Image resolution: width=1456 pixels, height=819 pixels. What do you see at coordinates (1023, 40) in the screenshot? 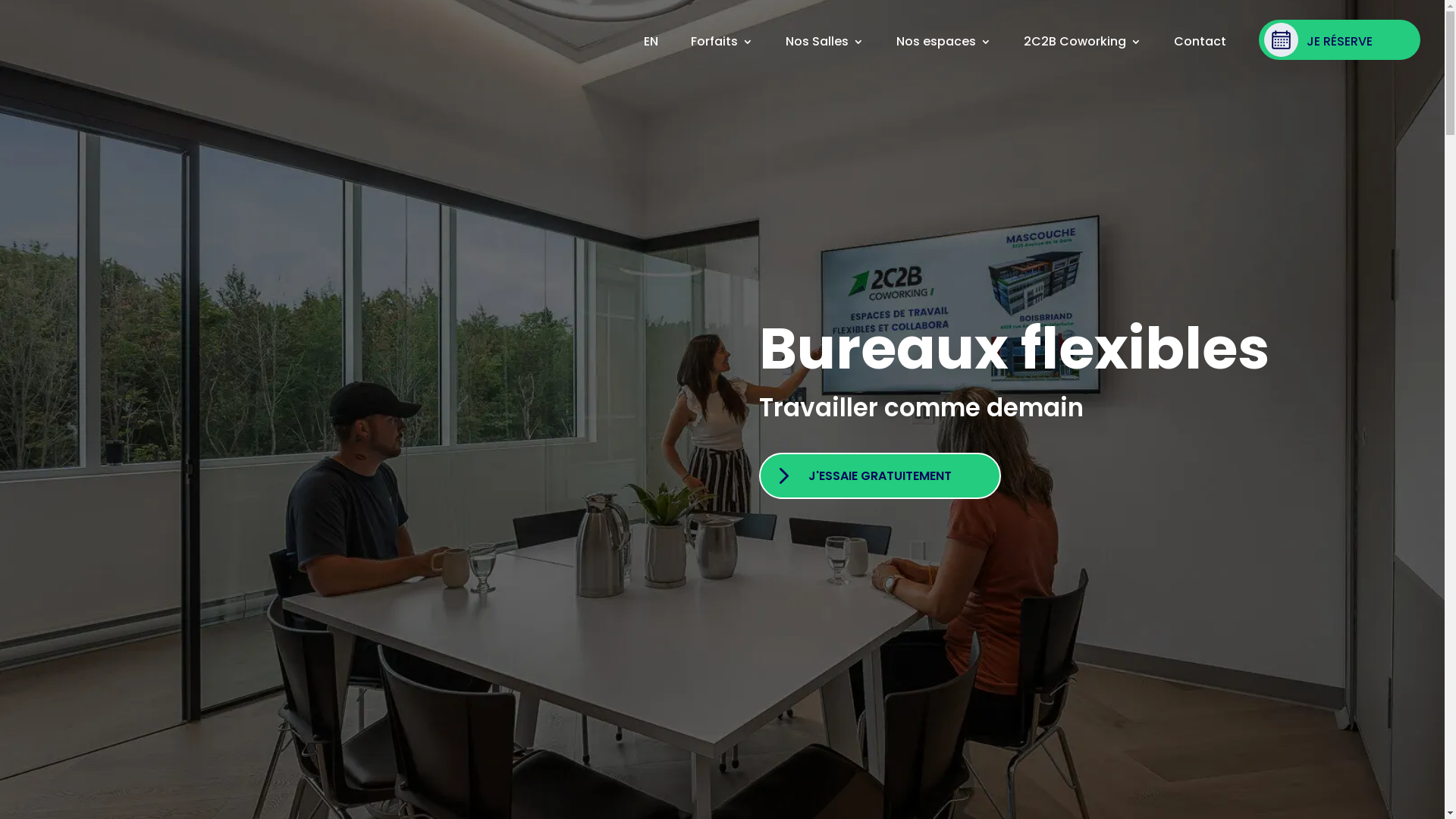
I see `'2C2B Coworking'` at bounding box center [1023, 40].